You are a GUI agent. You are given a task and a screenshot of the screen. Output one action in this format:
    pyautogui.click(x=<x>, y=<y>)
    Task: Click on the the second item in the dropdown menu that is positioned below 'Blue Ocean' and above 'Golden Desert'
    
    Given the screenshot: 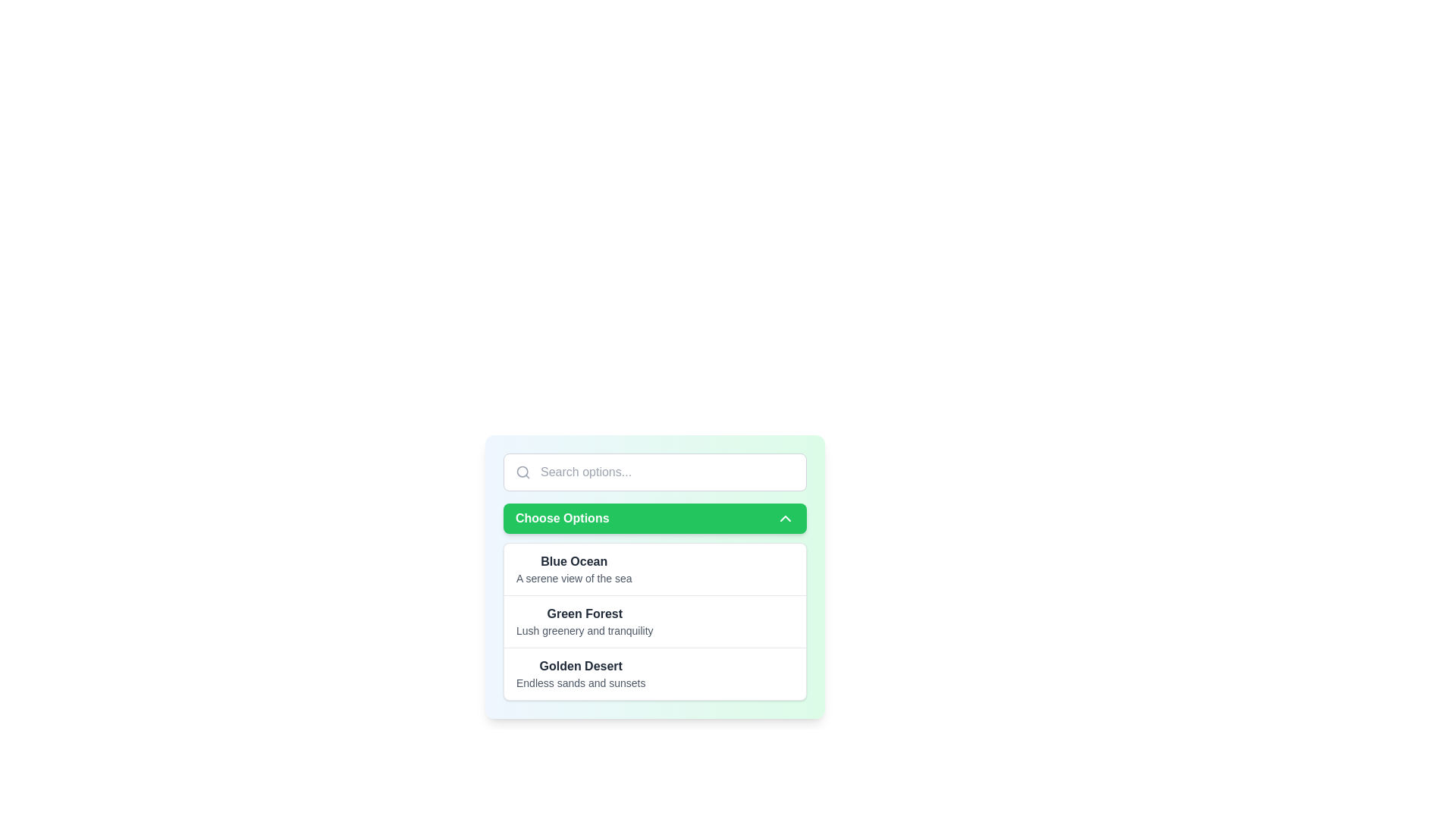 What is the action you would take?
    pyautogui.click(x=584, y=622)
    